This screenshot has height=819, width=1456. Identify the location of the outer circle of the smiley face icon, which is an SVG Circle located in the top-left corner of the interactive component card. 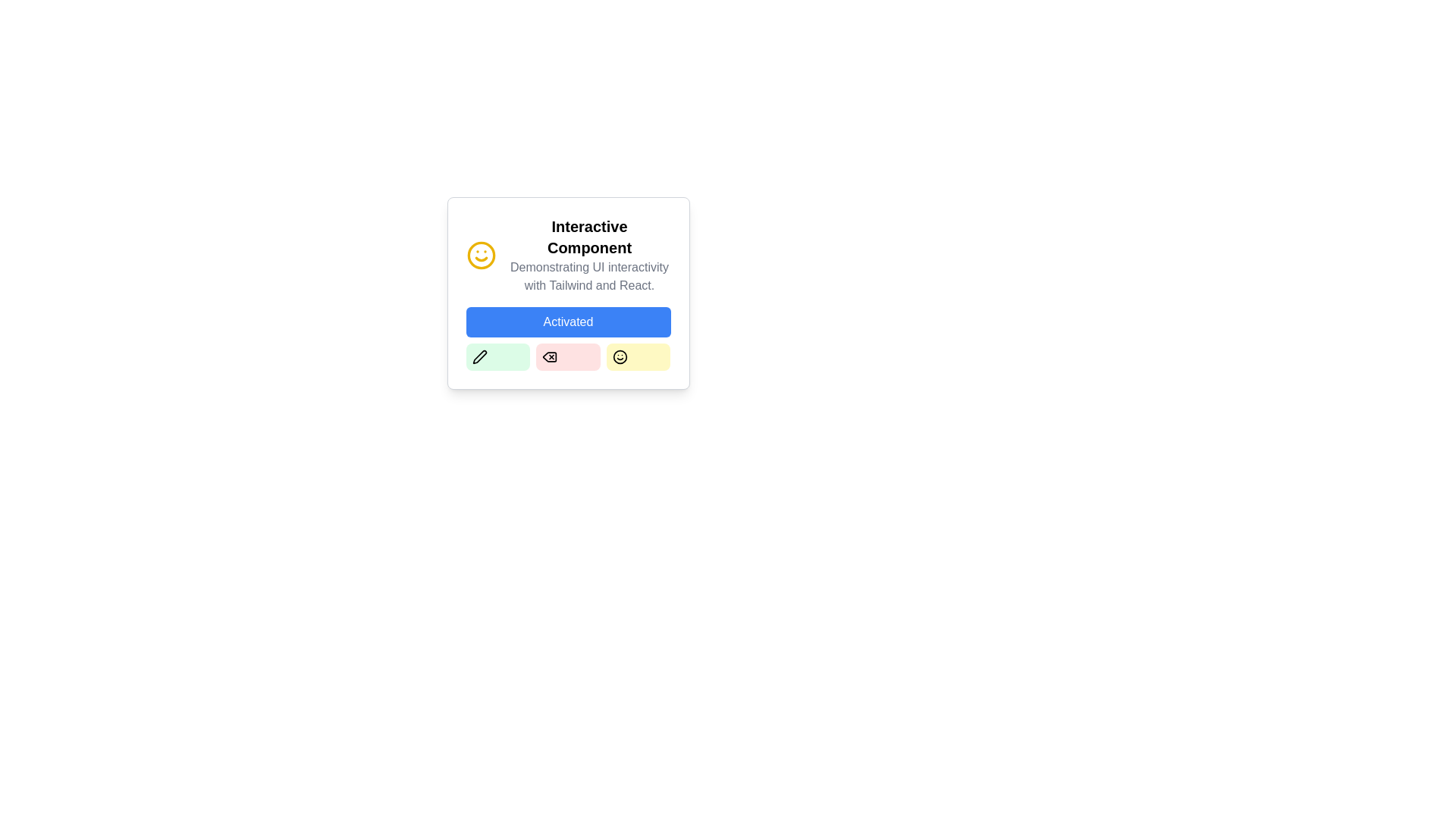
(620, 356).